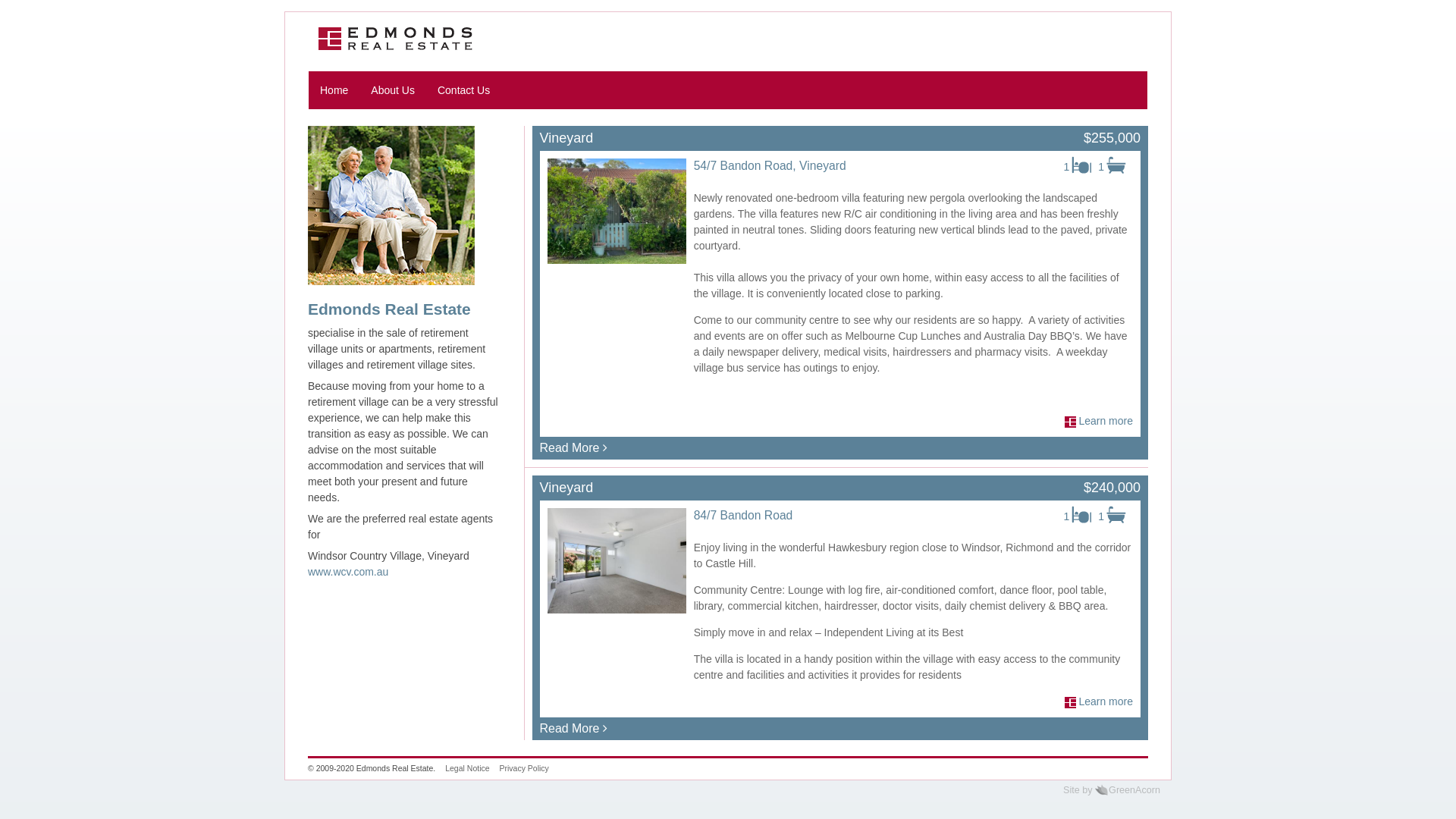 This screenshot has height=819, width=1456. I want to click on 'Contact Us', so click(463, 90).